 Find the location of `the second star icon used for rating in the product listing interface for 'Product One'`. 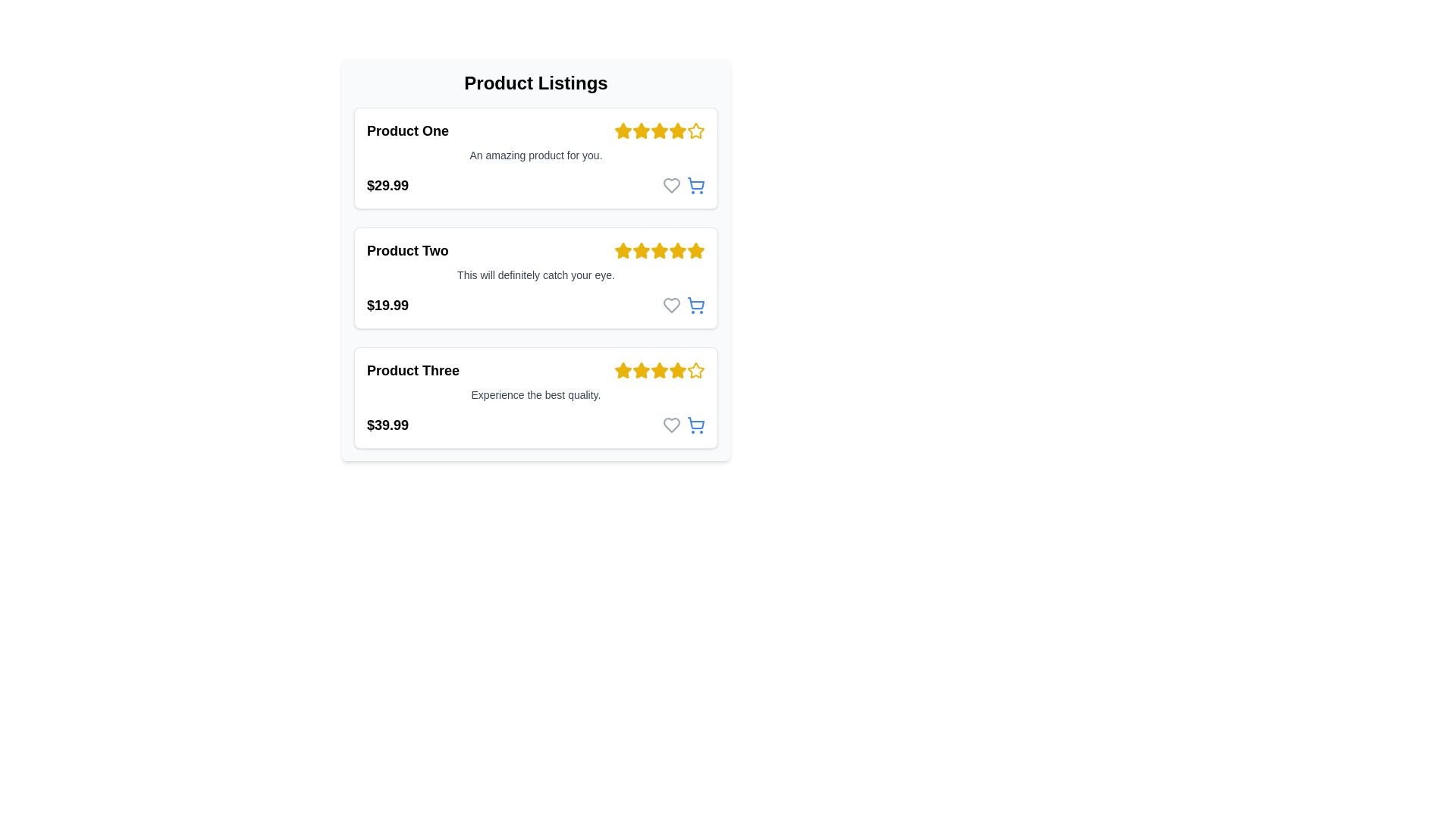

the second star icon used for rating in the product listing interface for 'Product One' is located at coordinates (641, 130).